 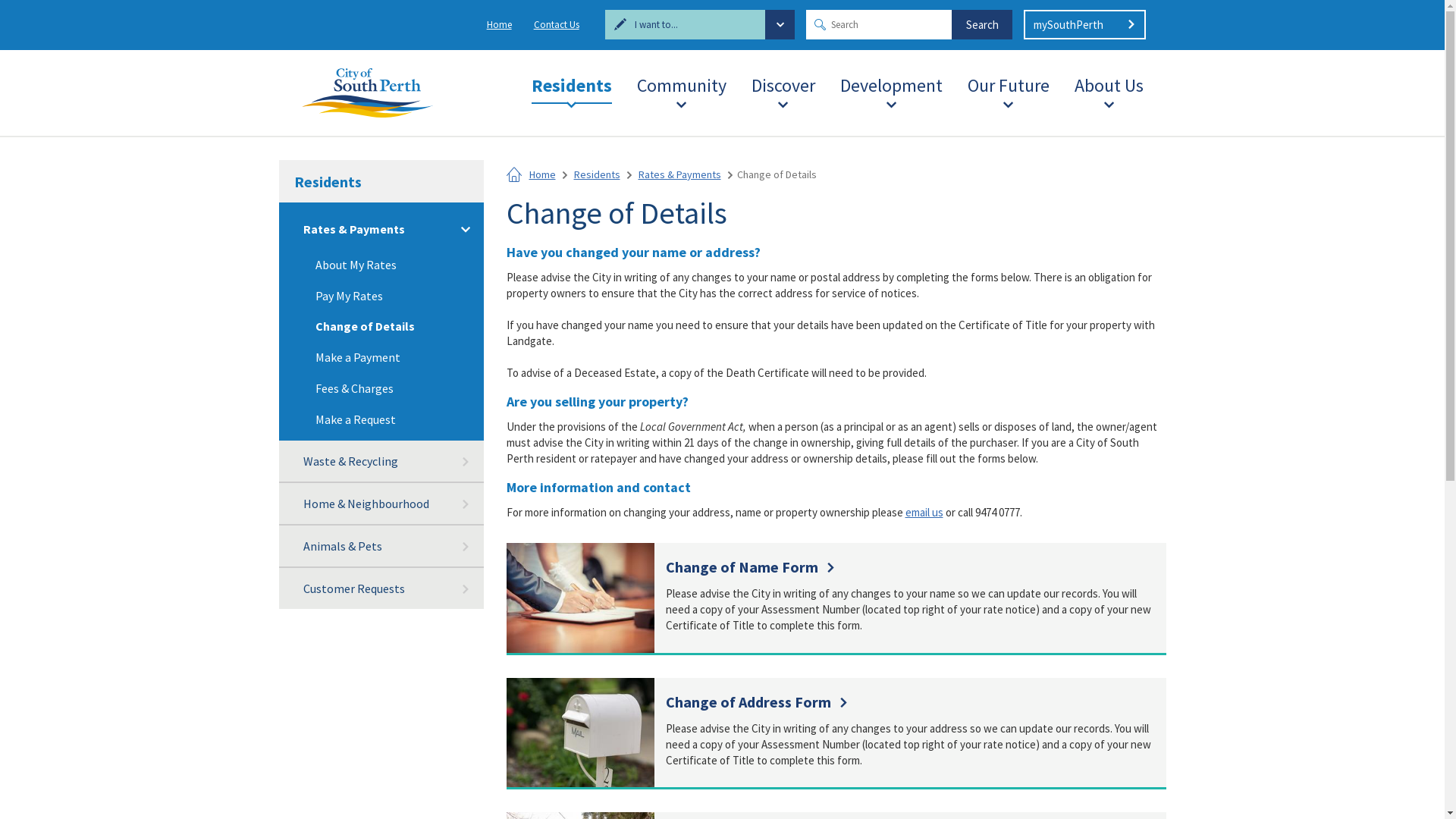 What do you see at coordinates (967, 82) in the screenshot?
I see `'Our Future'` at bounding box center [967, 82].